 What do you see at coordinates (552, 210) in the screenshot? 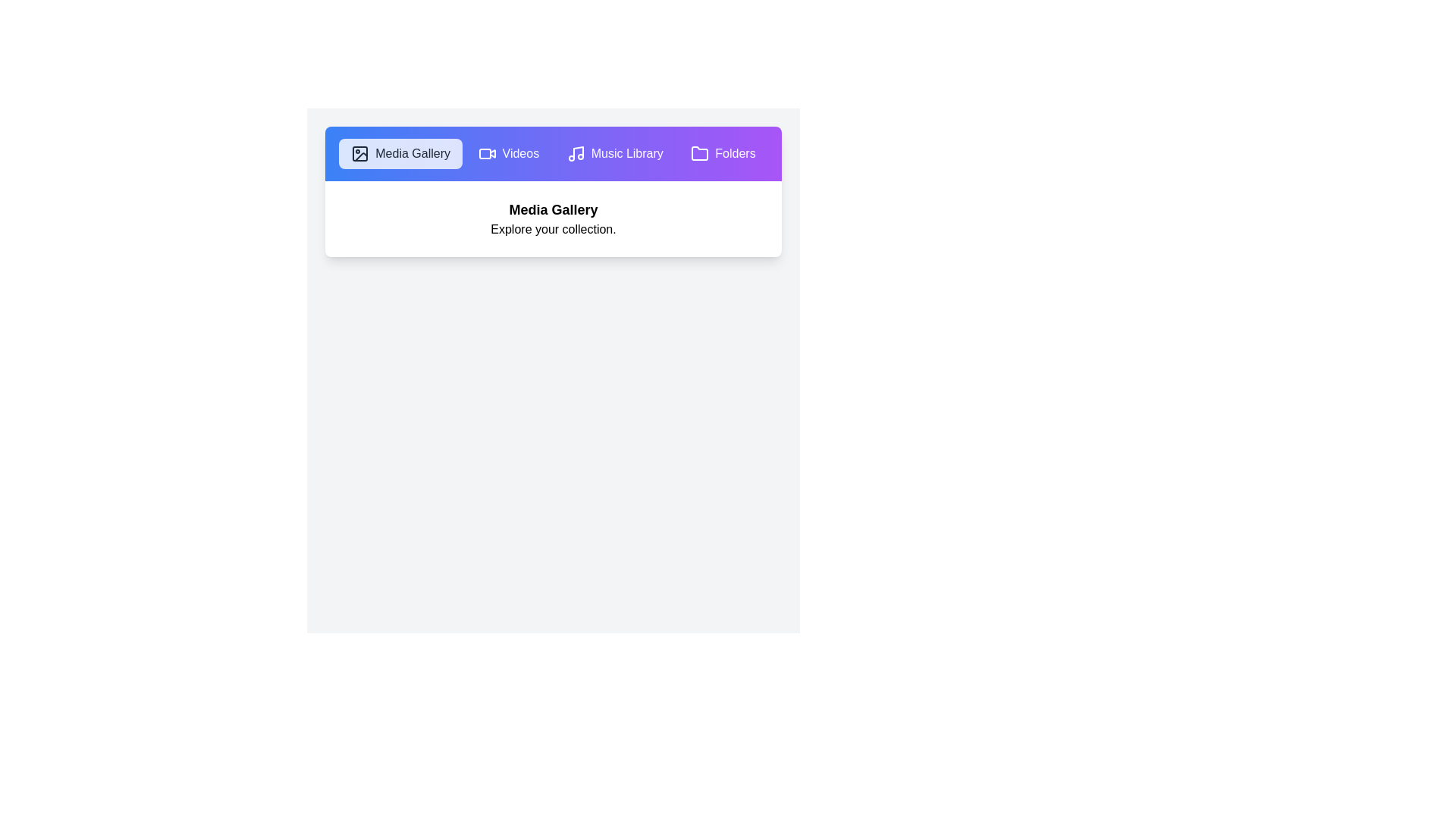
I see `the Text Label that indicates the current module or functionality being displayed, located near the top-center of the interface above the text 'Explore your collection.'` at bounding box center [552, 210].